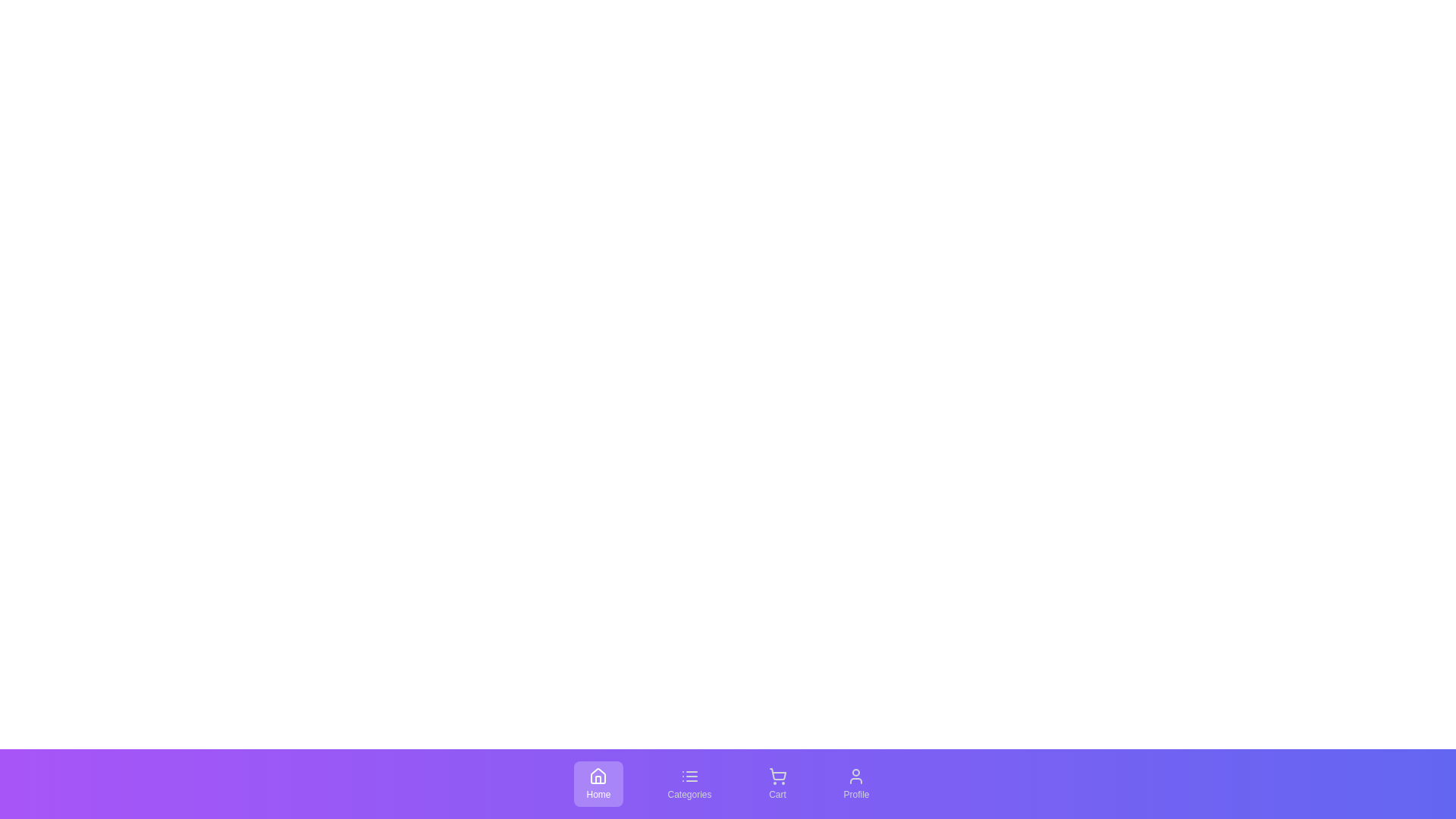 Image resolution: width=1456 pixels, height=819 pixels. What do you see at coordinates (689, 783) in the screenshot?
I see `the tab labeled Categories to see its hover effect` at bounding box center [689, 783].